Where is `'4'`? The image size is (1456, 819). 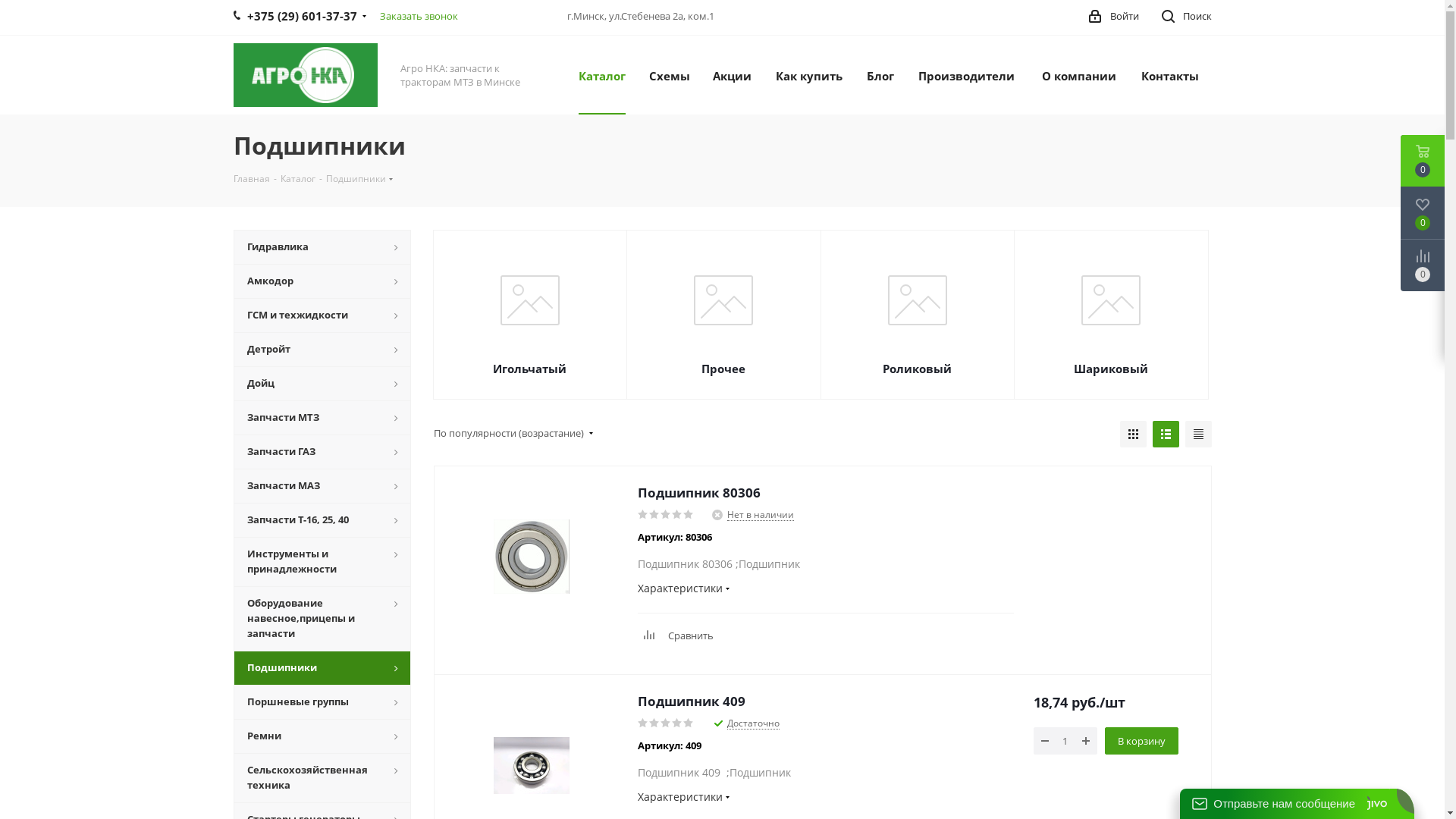 '4' is located at coordinates (671, 513).